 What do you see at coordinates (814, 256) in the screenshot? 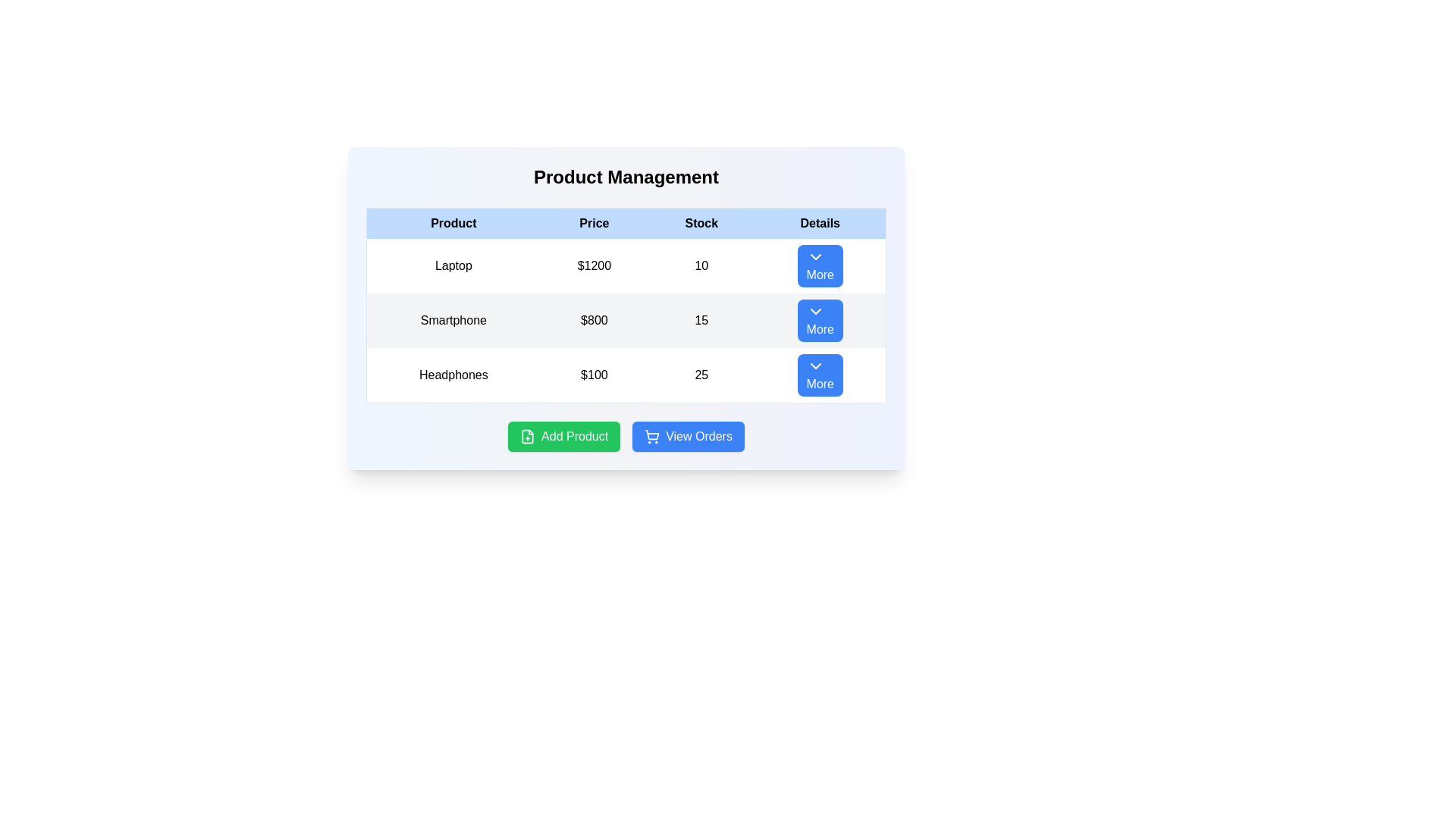
I see `the Chevron indicator located within the 'More' button in the first row of the 'Details' column for keyboard navigation` at bounding box center [814, 256].